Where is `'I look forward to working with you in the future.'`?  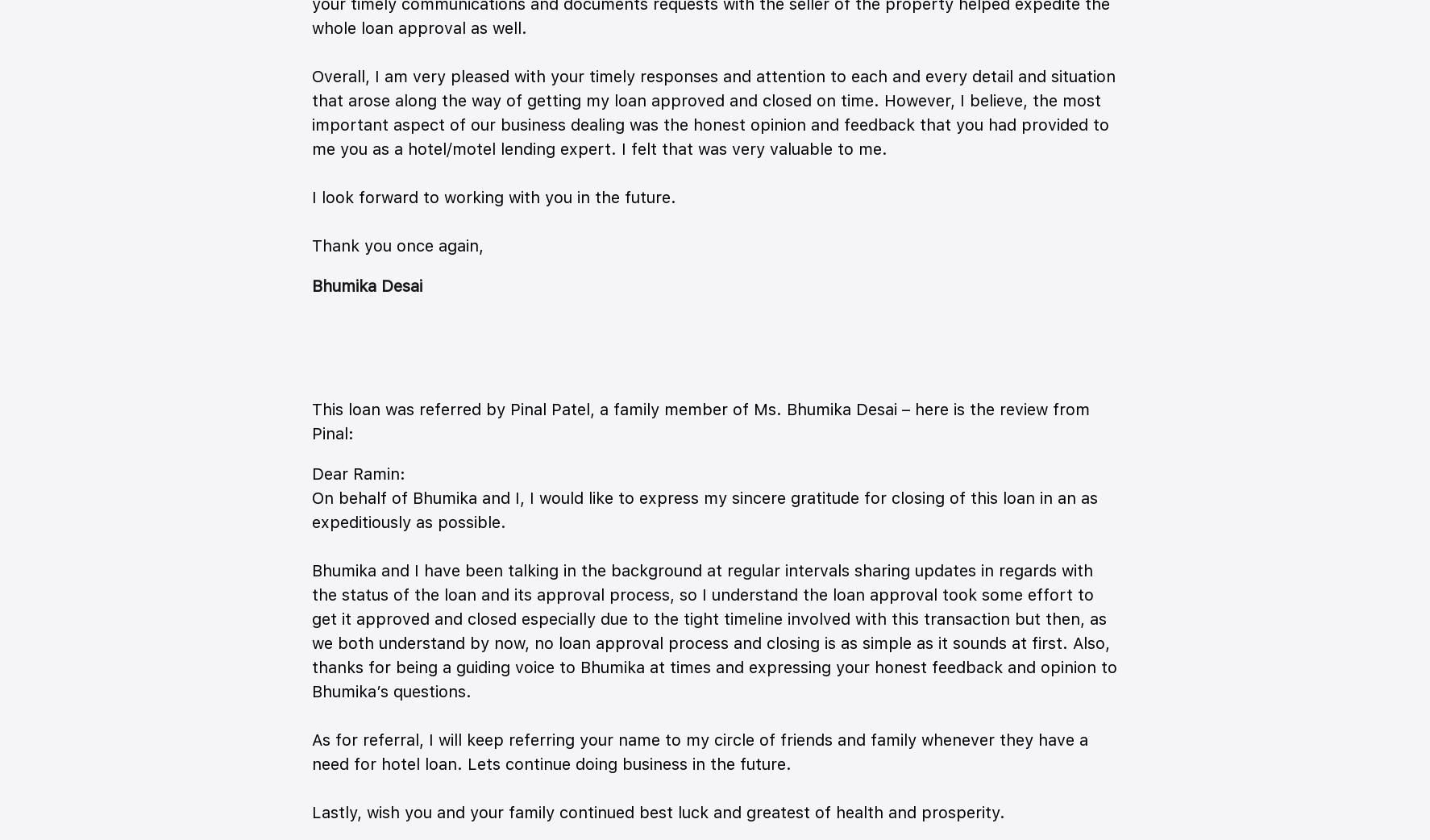
'I look forward to working with you in the future.' is located at coordinates (493, 196).